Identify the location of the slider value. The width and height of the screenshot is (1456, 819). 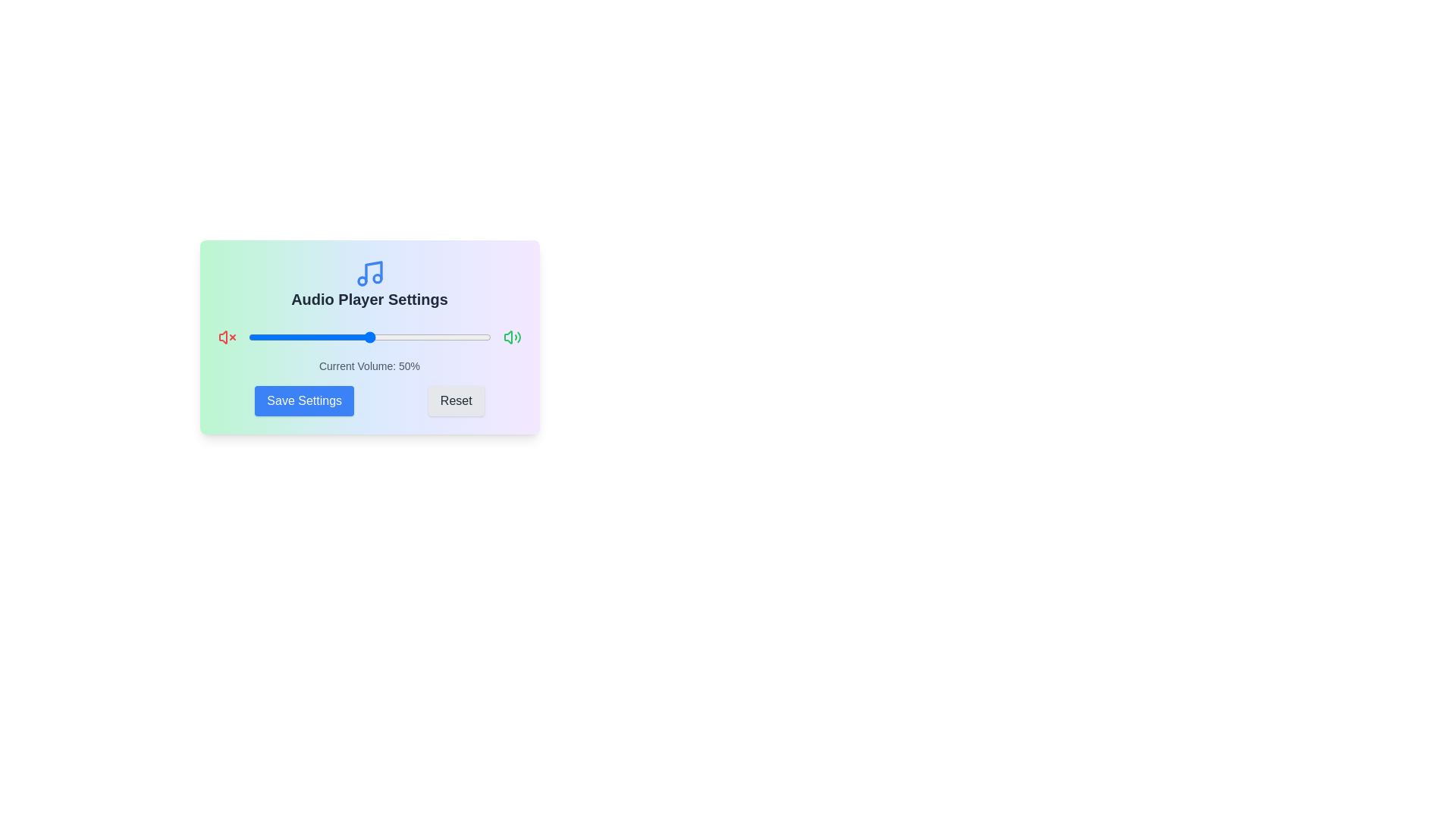
(352, 336).